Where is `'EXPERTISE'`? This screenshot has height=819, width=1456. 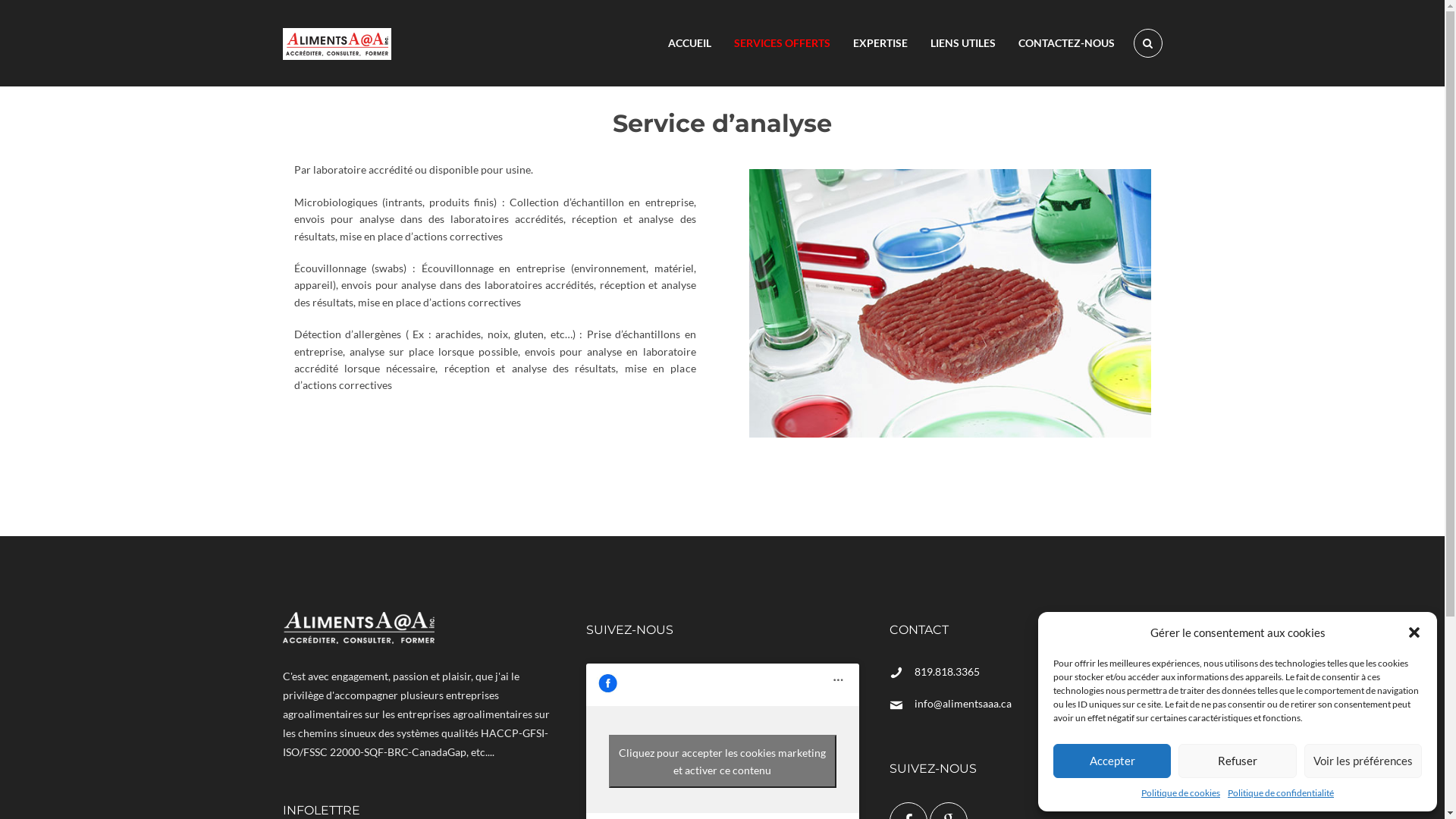 'EXPERTISE' is located at coordinates (880, 42).